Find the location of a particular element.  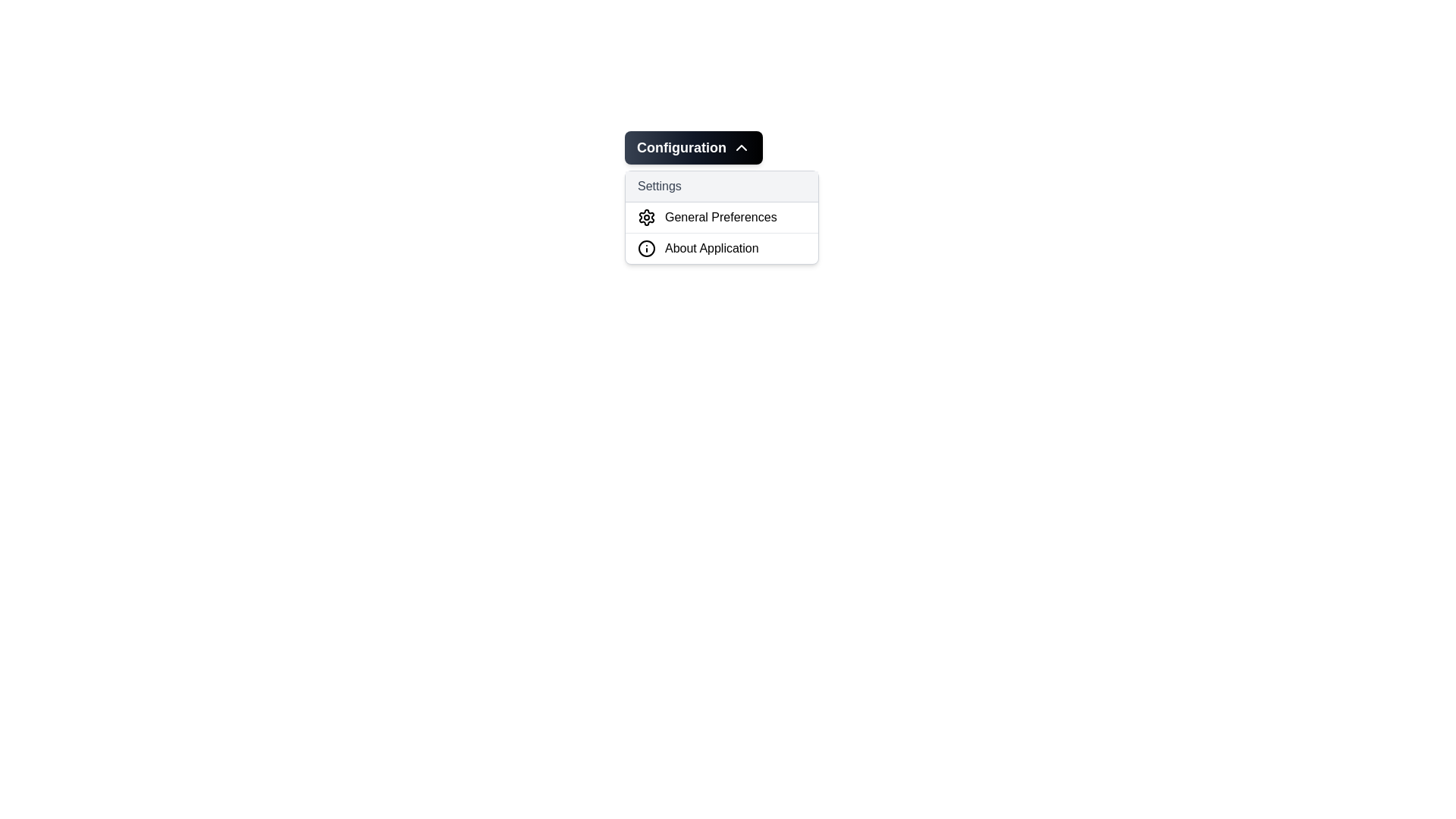

the central circle of the 'info' icon located next to the 'About Application' text in the dropdown menu is located at coordinates (647, 247).